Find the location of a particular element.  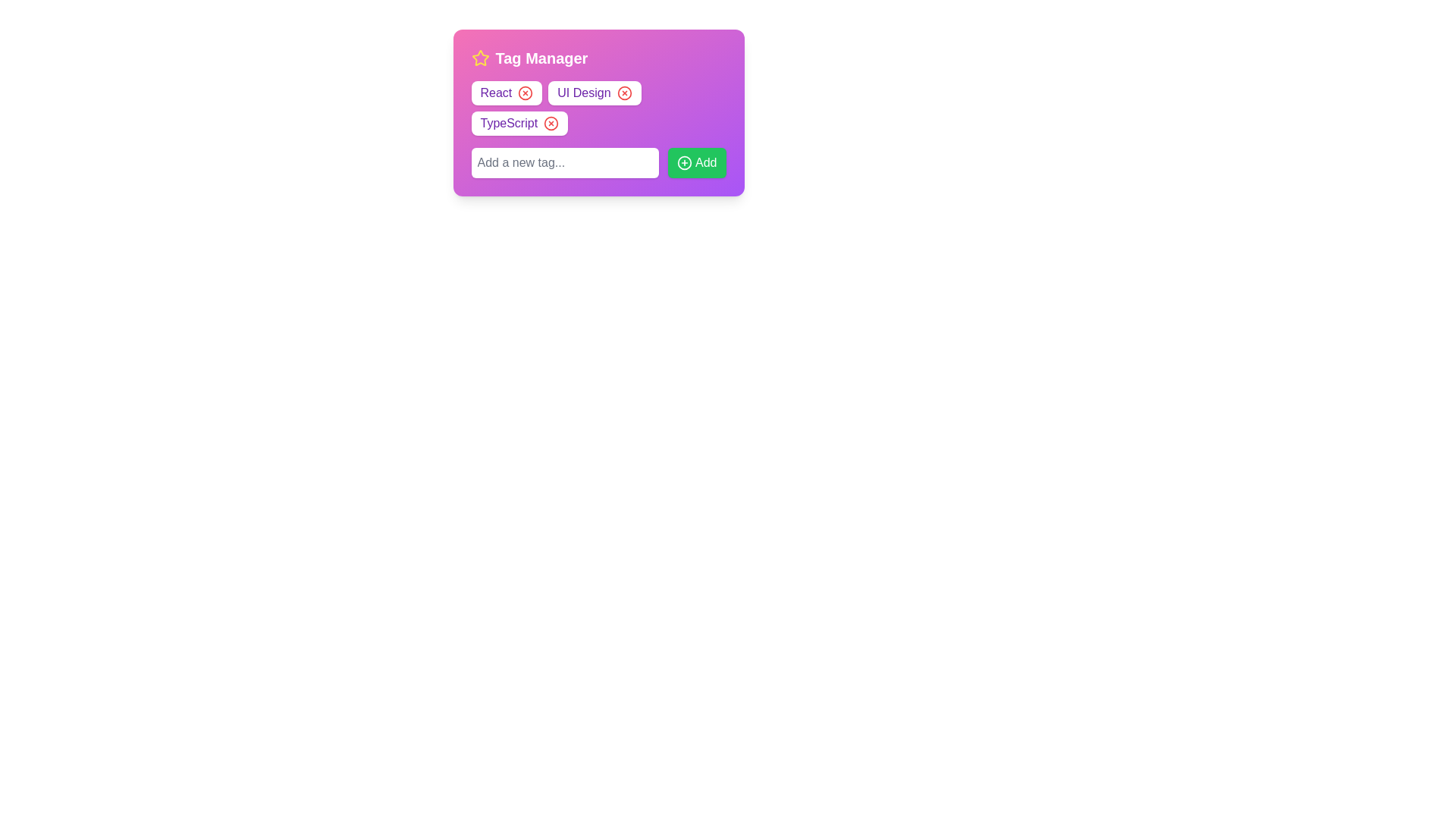

the tags displayed within the panel labeled 'Tag Manager' is located at coordinates (598, 112).